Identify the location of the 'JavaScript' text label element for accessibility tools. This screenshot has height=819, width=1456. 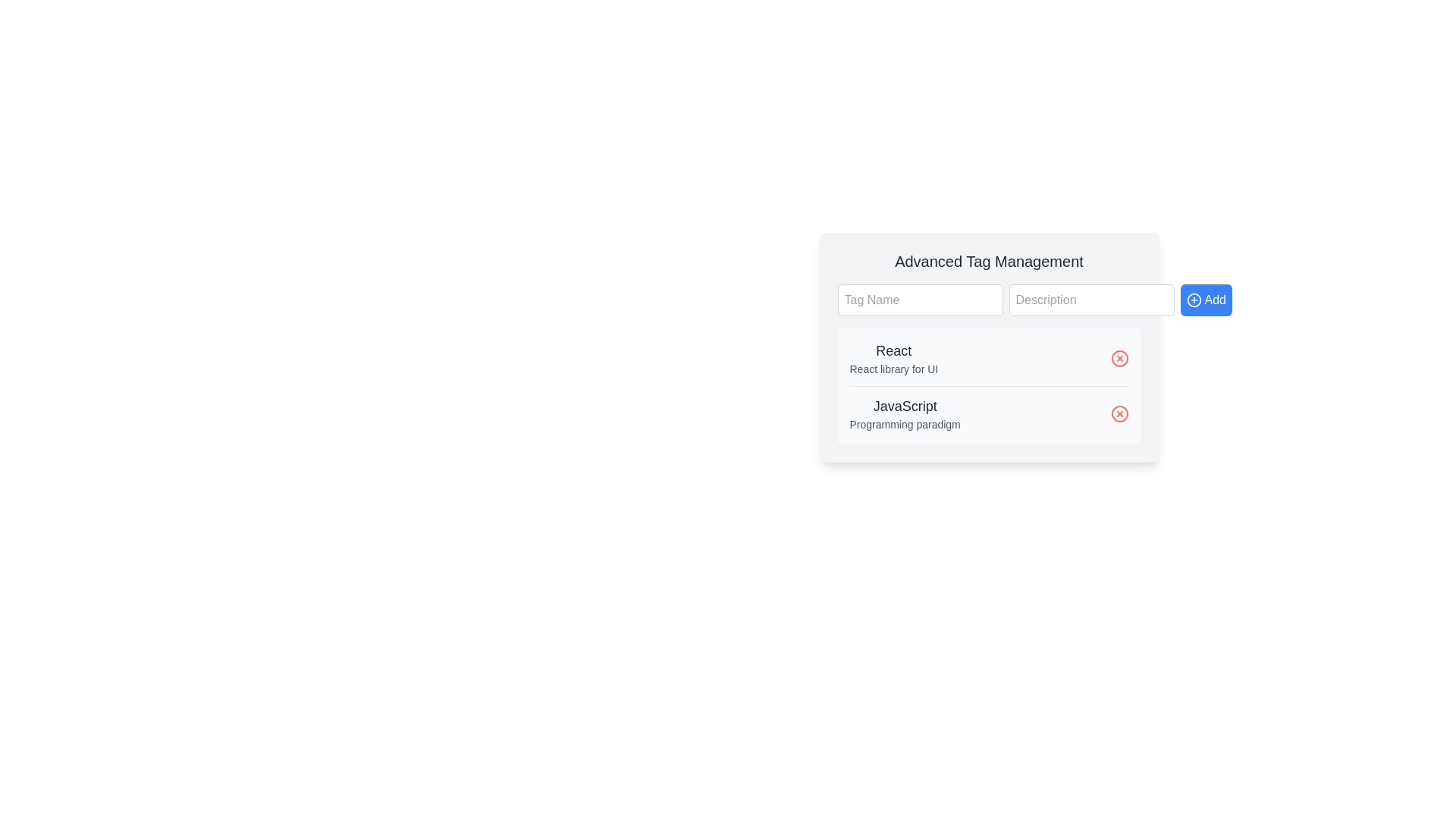
(905, 414).